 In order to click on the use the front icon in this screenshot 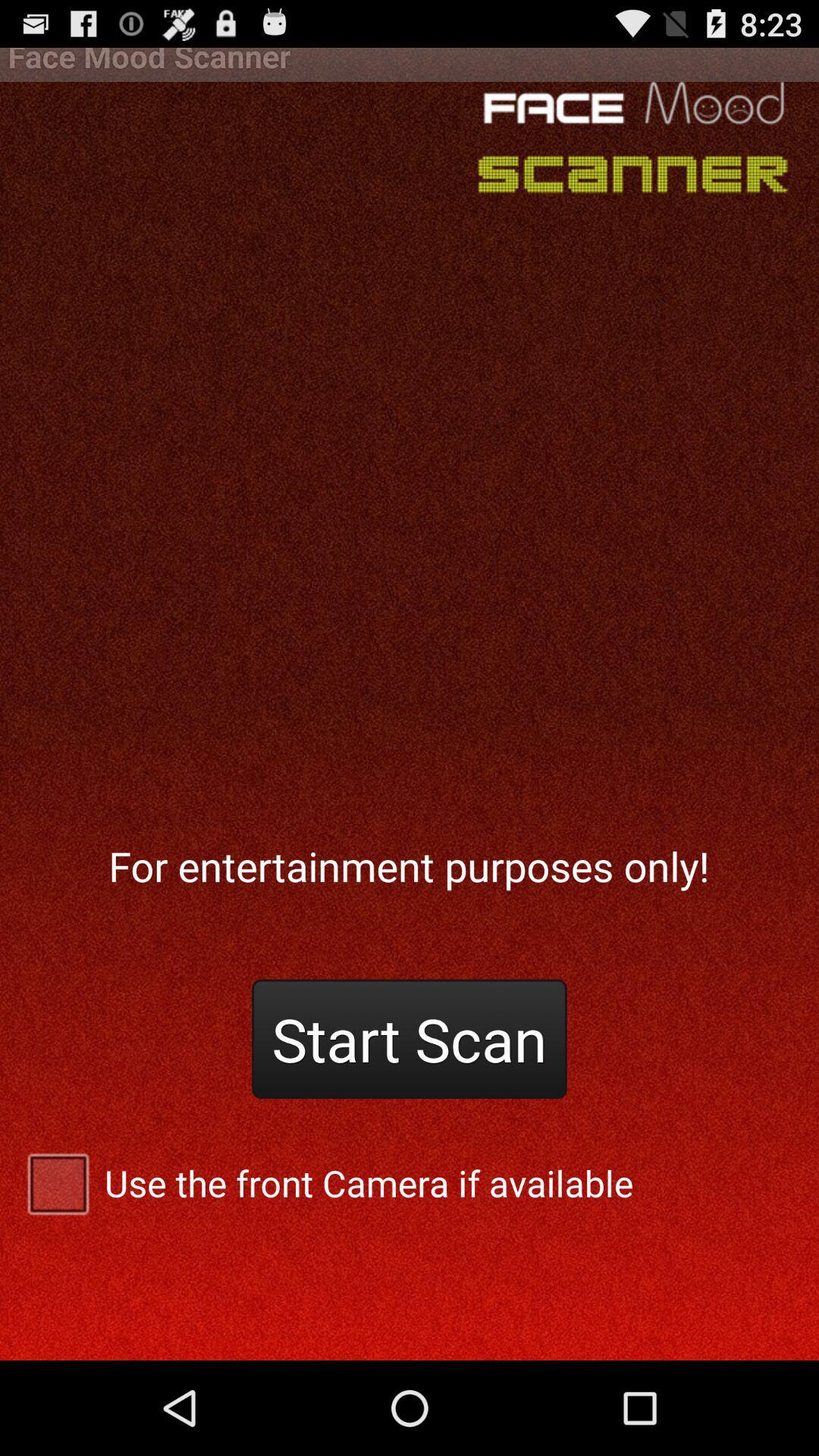, I will do `click(409, 1182)`.